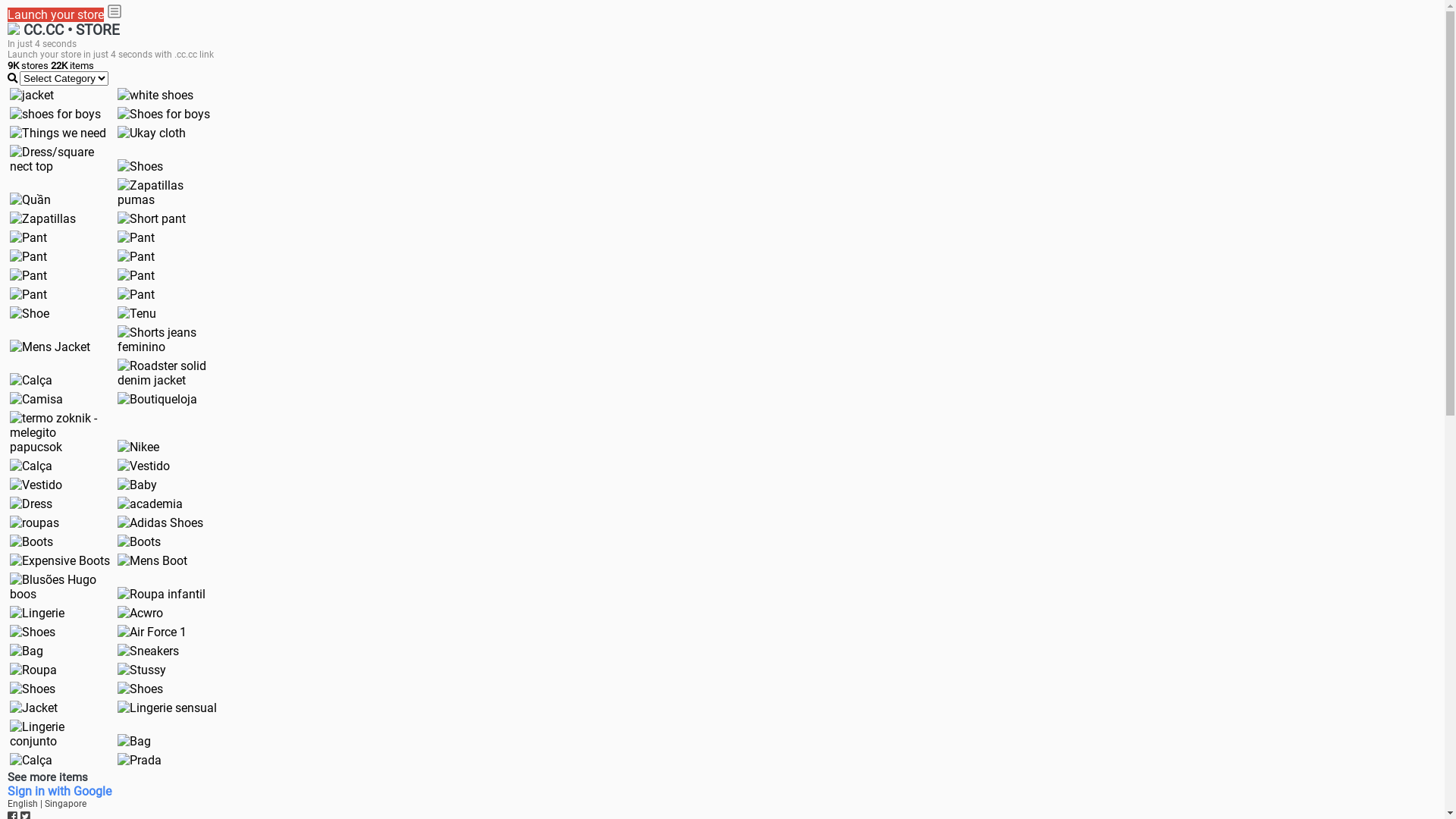 This screenshot has width=1456, height=819. What do you see at coordinates (55, 113) in the screenshot?
I see `'shoes for boys'` at bounding box center [55, 113].